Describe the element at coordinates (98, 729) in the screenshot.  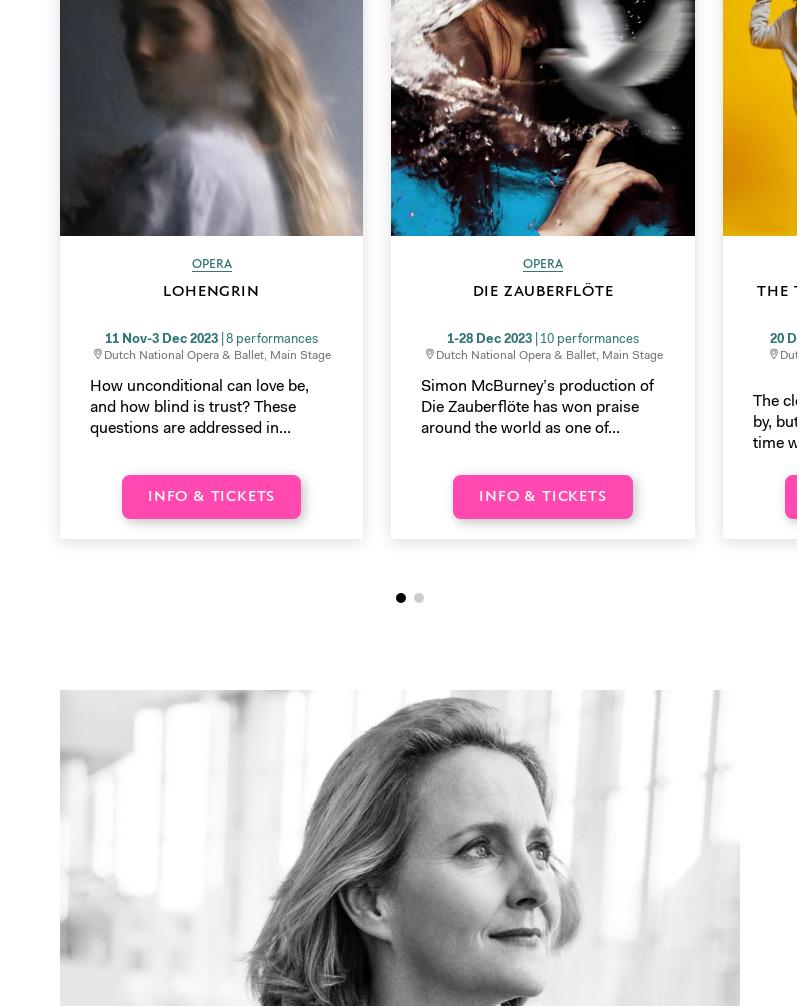
I see `'Newsletter'` at that location.